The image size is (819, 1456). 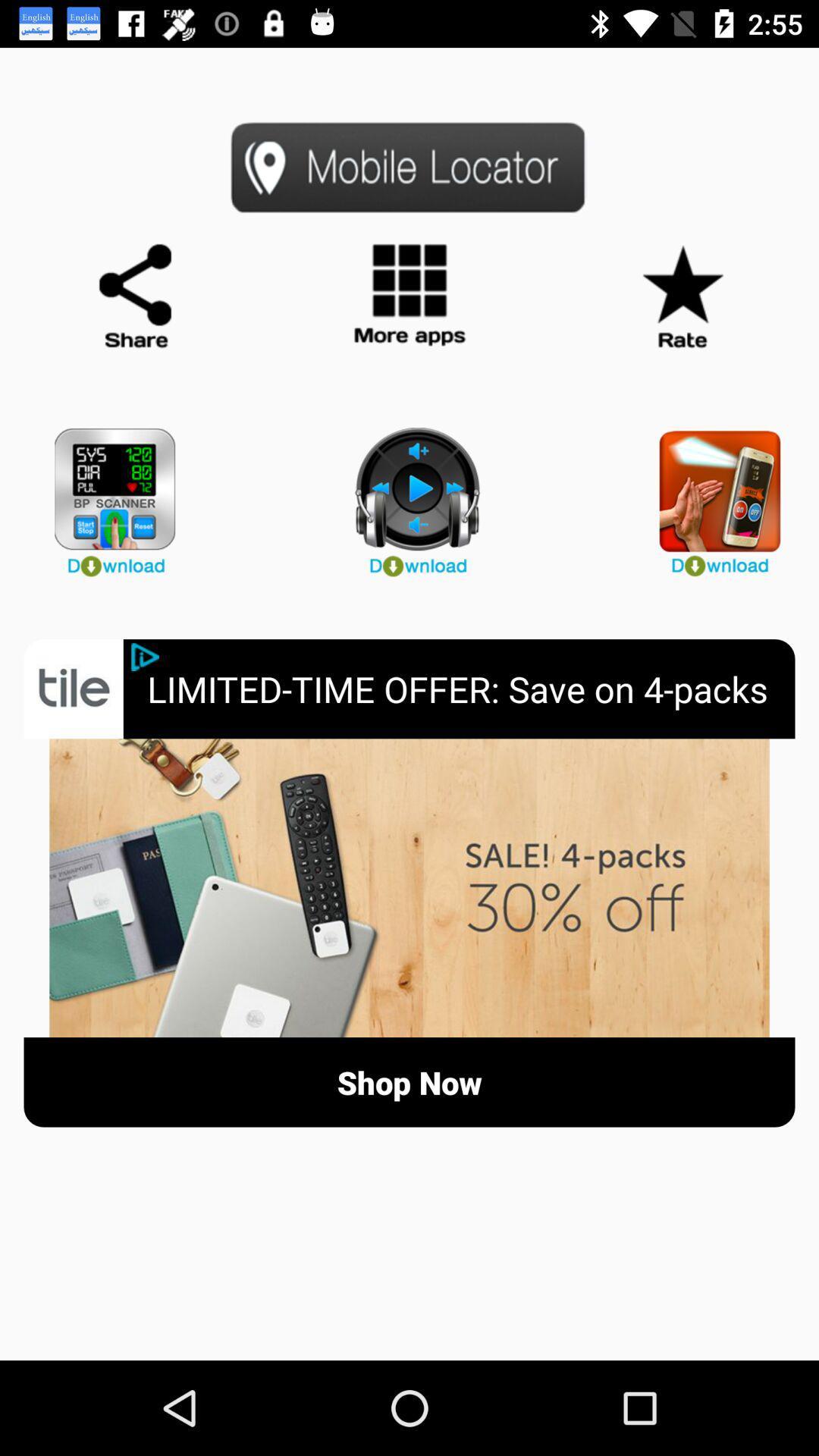 What do you see at coordinates (136, 297) in the screenshot?
I see `share the post` at bounding box center [136, 297].